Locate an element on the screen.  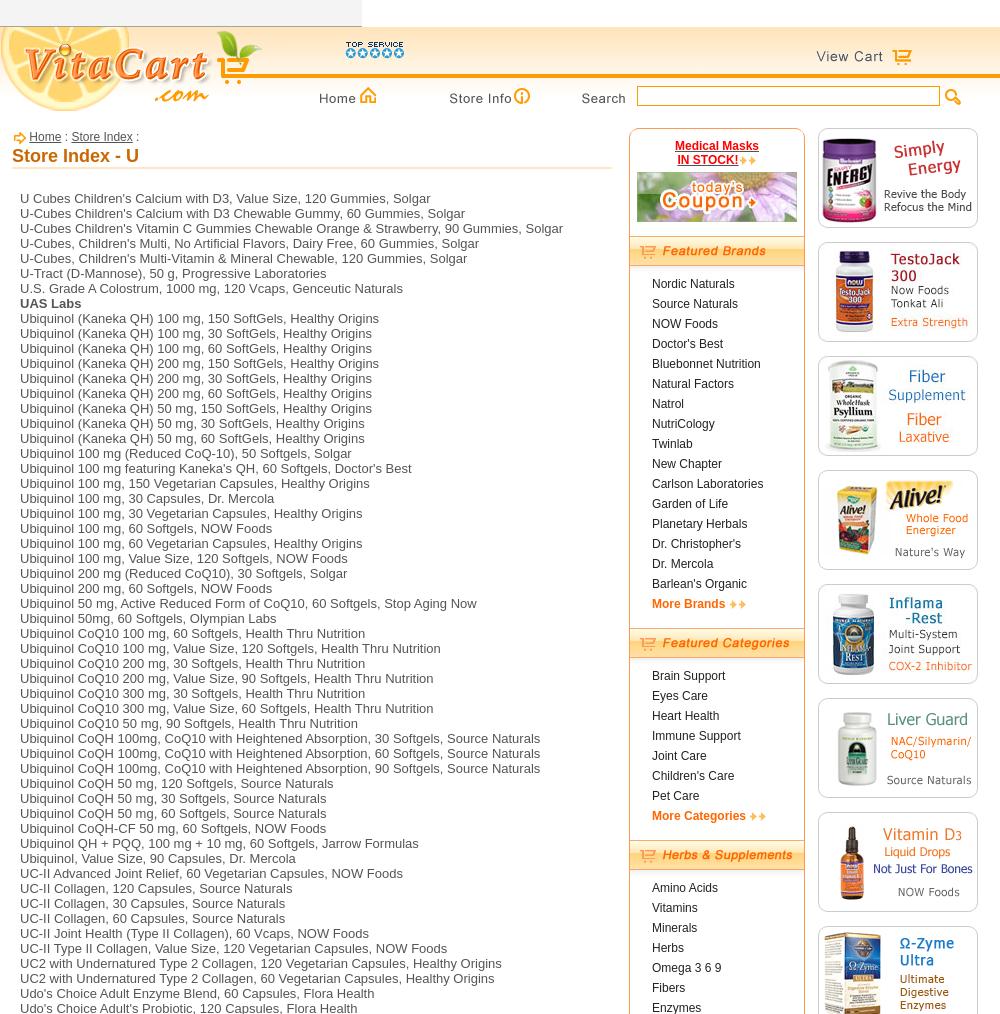
'U Cubes Children's Calcium with D3, Value Size, 120 Gummies, Solgar' is located at coordinates (224, 197).